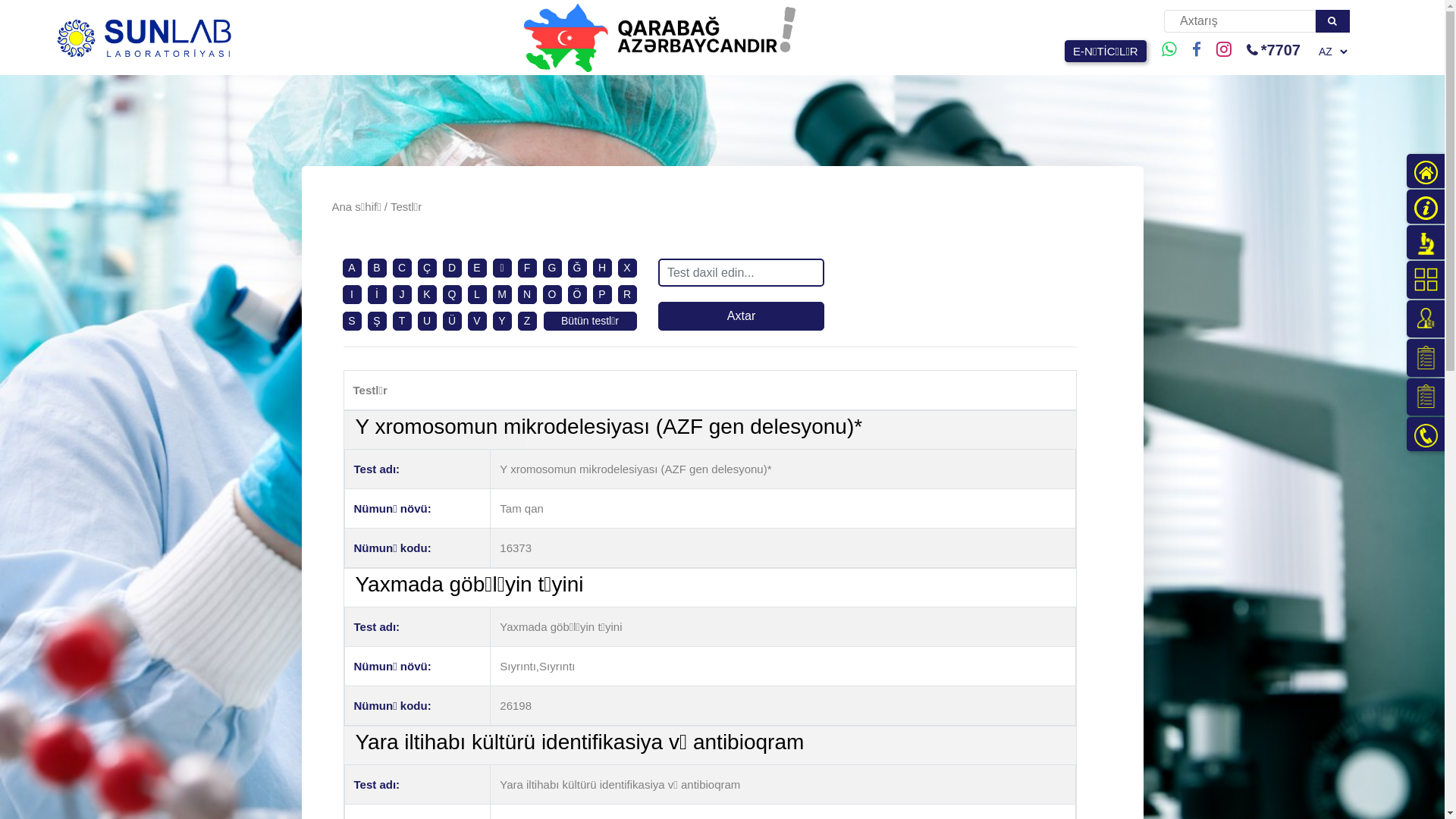 Image resolution: width=1456 pixels, height=819 pixels. I want to click on 'Facebook', so click(1196, 49).